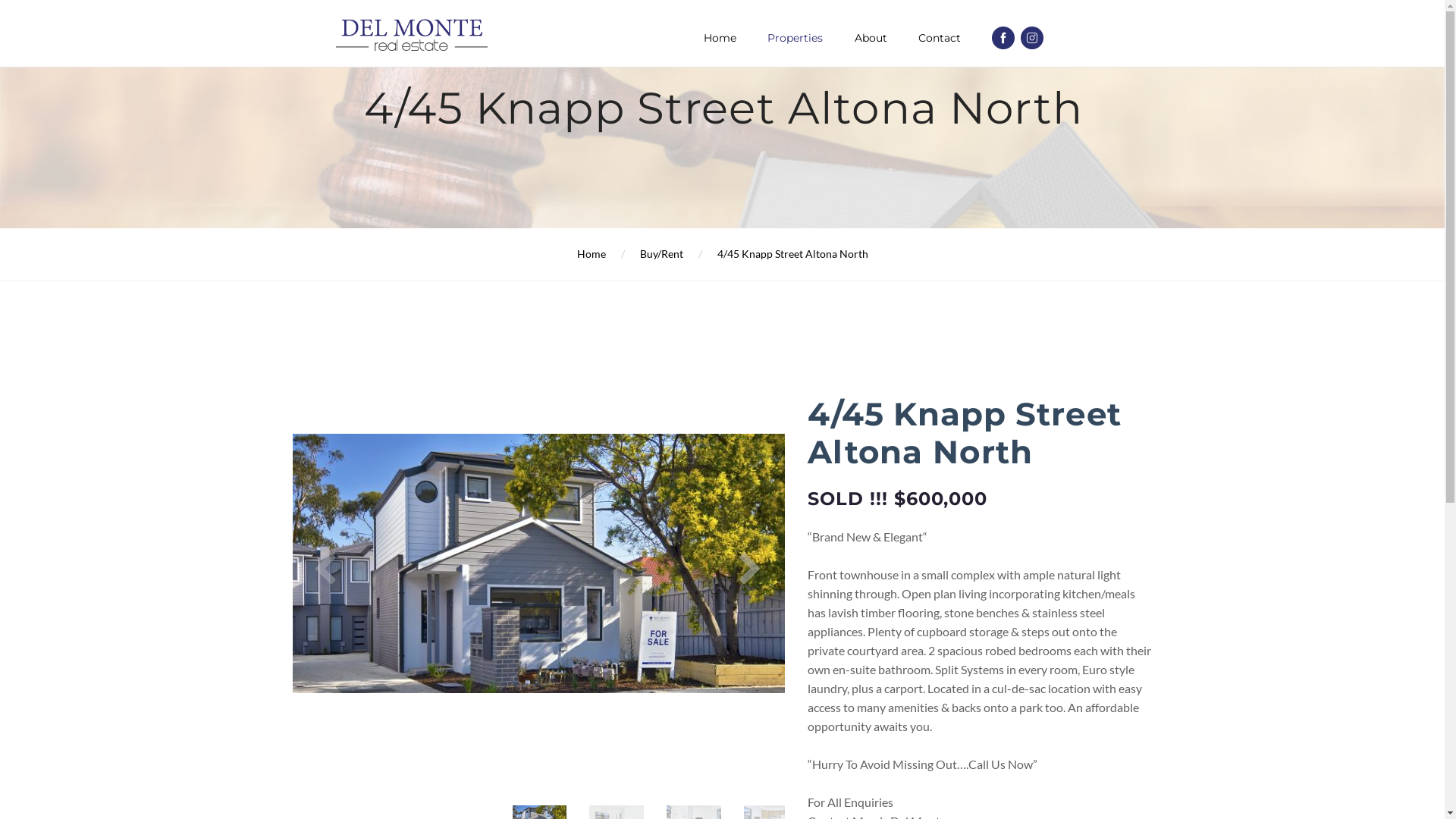  What do you see at coordinates (792, 253) in the screenshot?
I see `'4/45 Knapp Street Altona North'` at bounding box center [792, 253].